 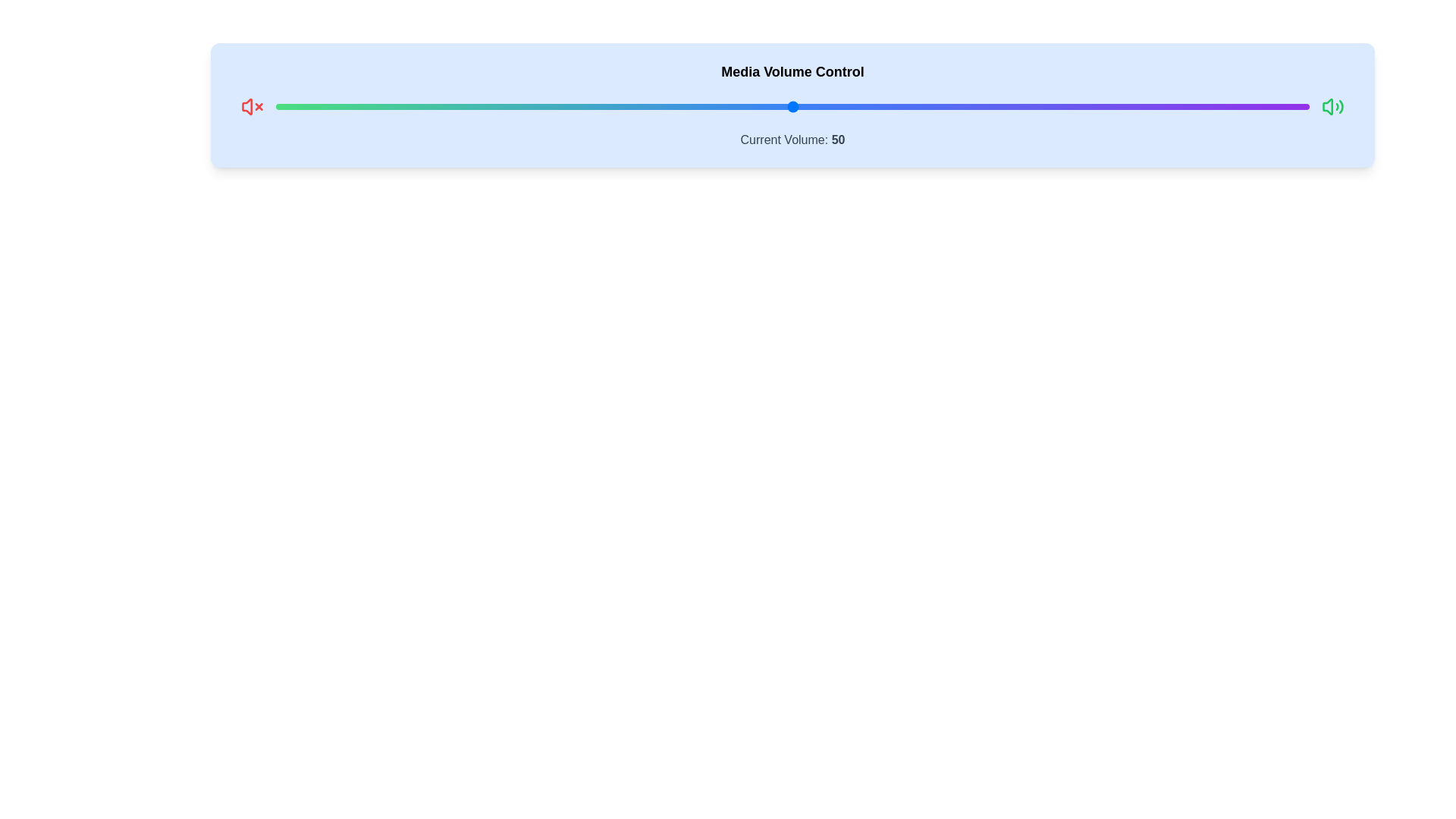 I want to click on the displayed text indicating the current volume, so click(x=792, y=140).